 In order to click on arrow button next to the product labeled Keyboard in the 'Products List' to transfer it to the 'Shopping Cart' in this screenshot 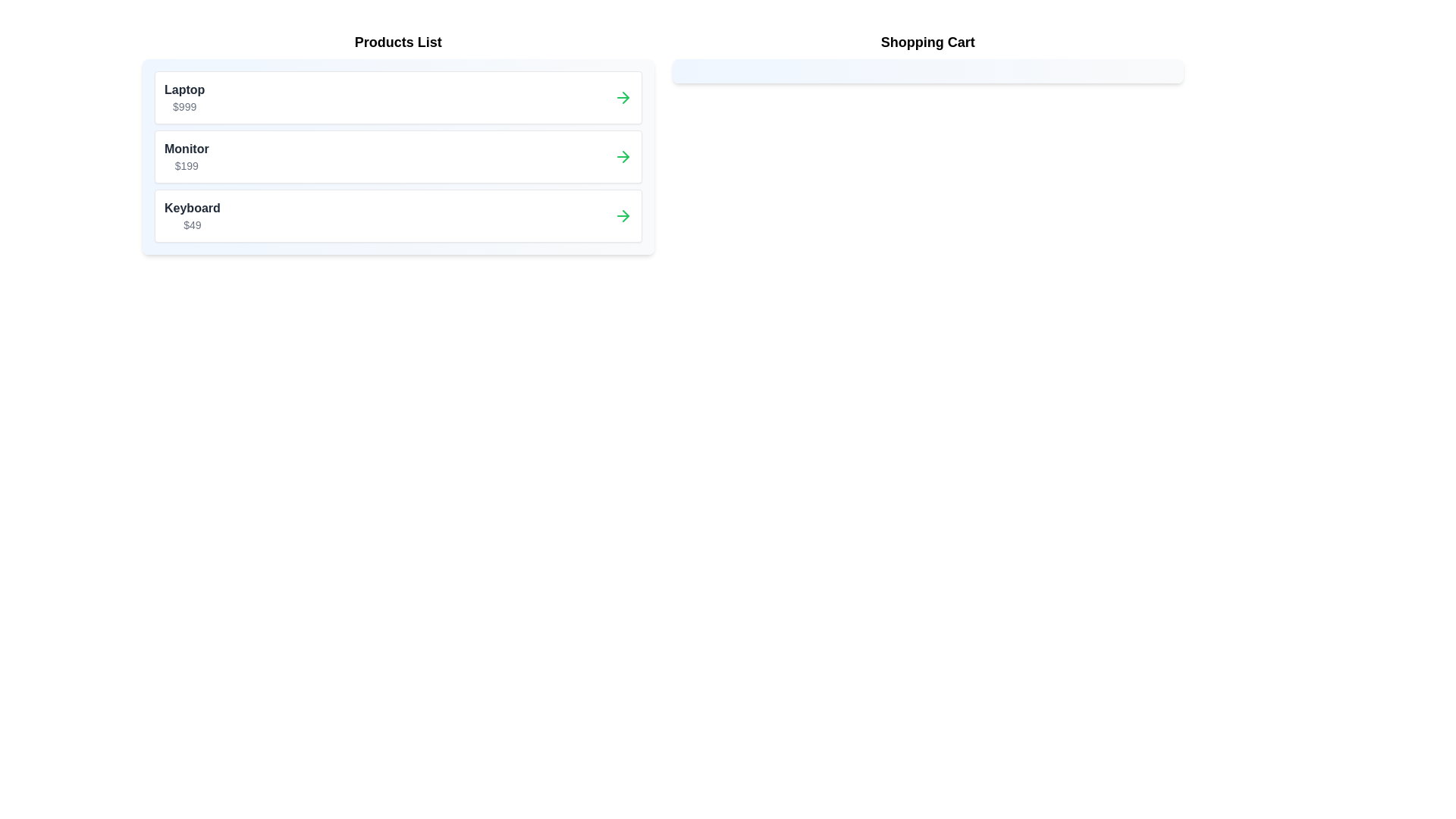, I will do `click(623, 216)`.